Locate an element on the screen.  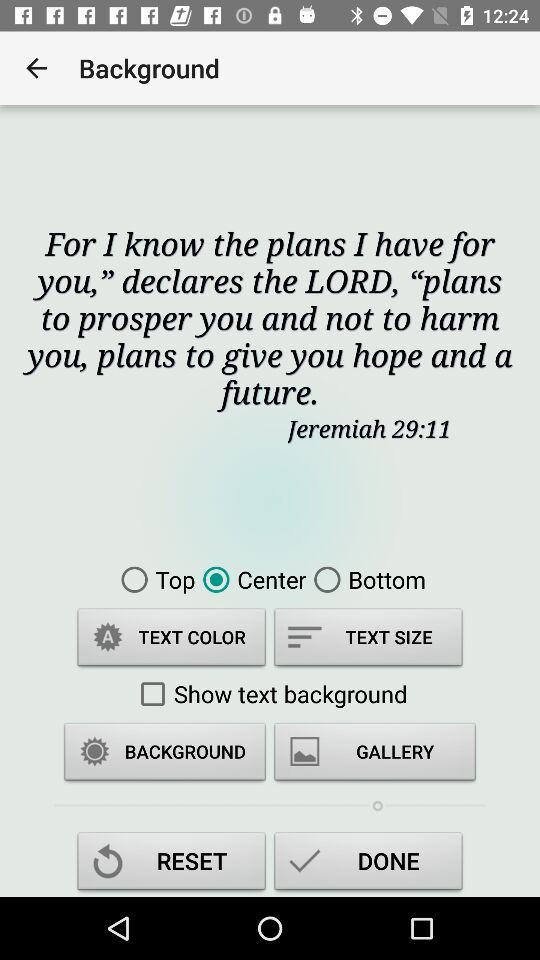
icon to the left of bottom icon is located at coordinates (250, 579).